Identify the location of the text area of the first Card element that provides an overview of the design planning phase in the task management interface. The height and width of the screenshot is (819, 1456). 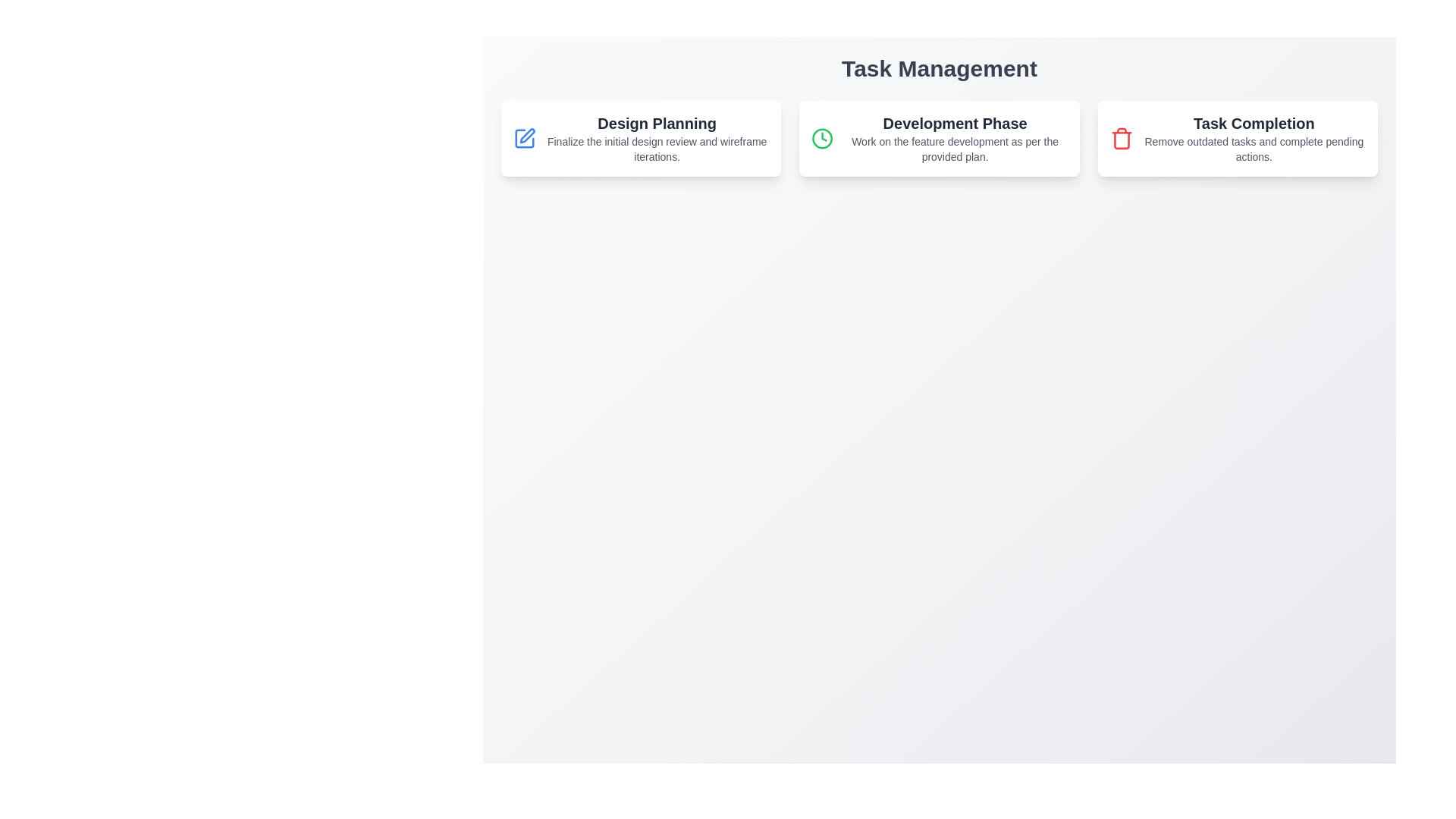
(641, 138).